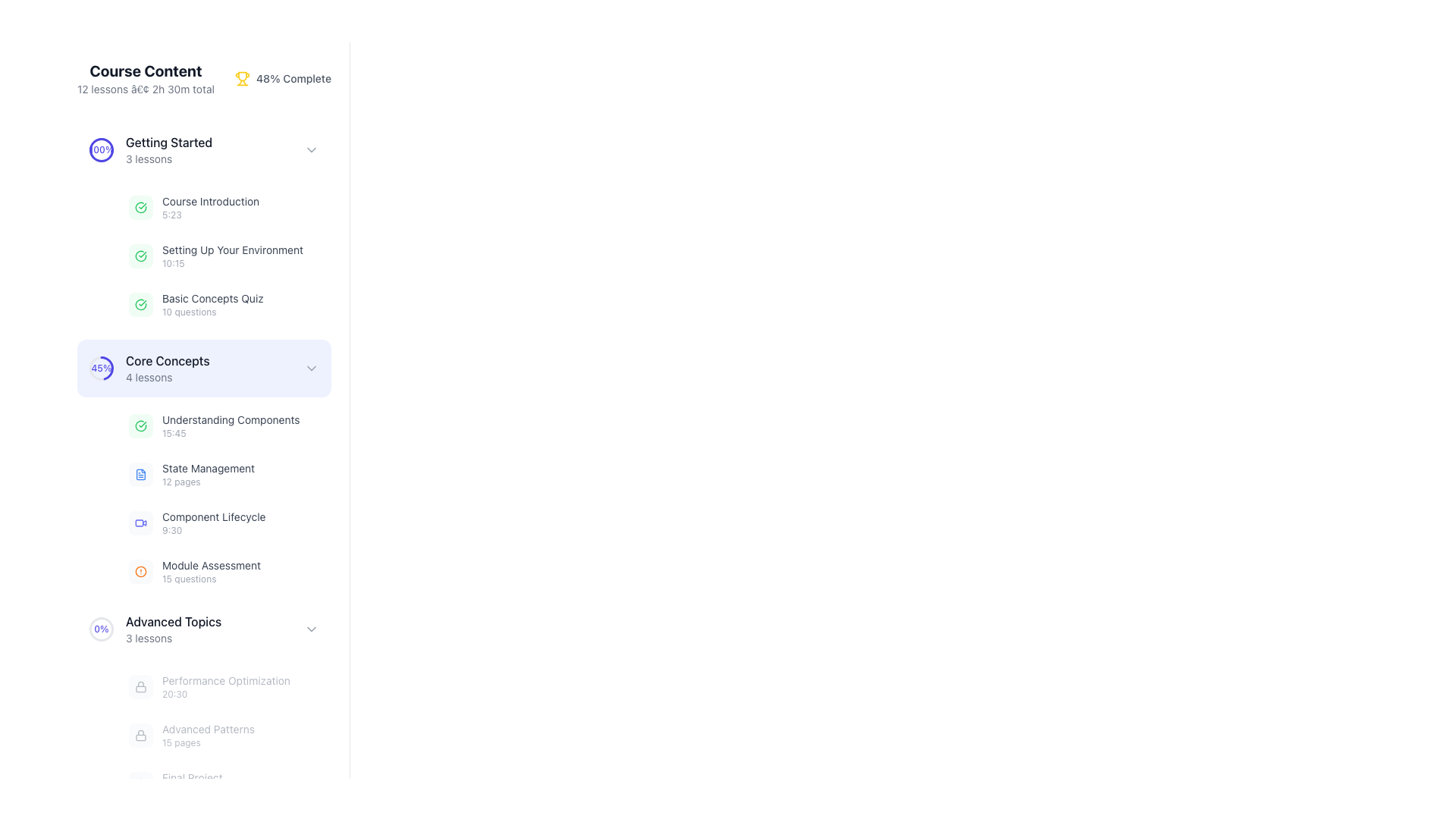 This screenshot has width=1456, height=819. What do you see at coordinates (203, 149) in the screenshot?
I see `the Interactive section header titled 'Getting Started'` at bounding box center [203, 149].